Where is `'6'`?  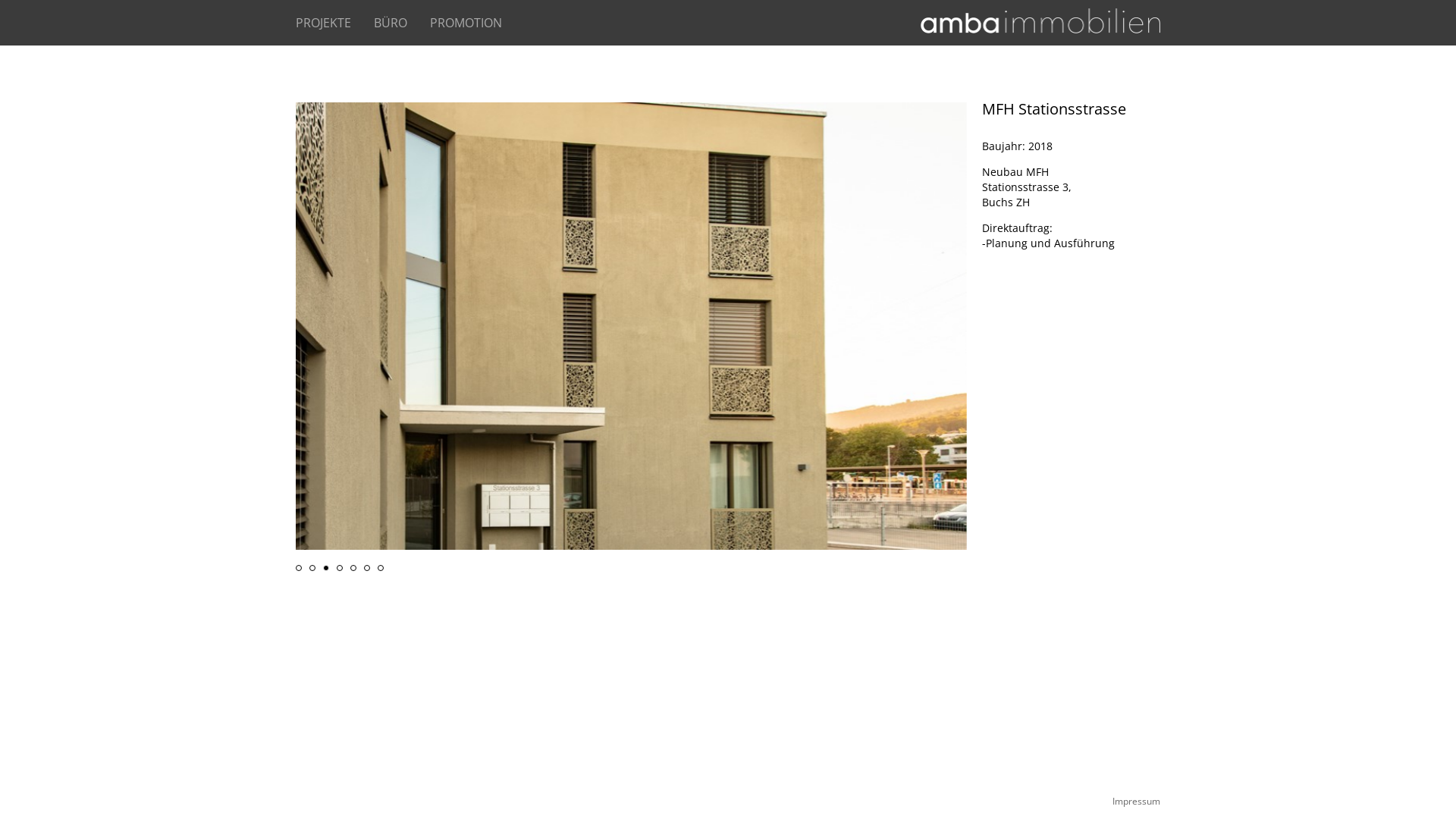
'6' is located at coordinates (364, 567).